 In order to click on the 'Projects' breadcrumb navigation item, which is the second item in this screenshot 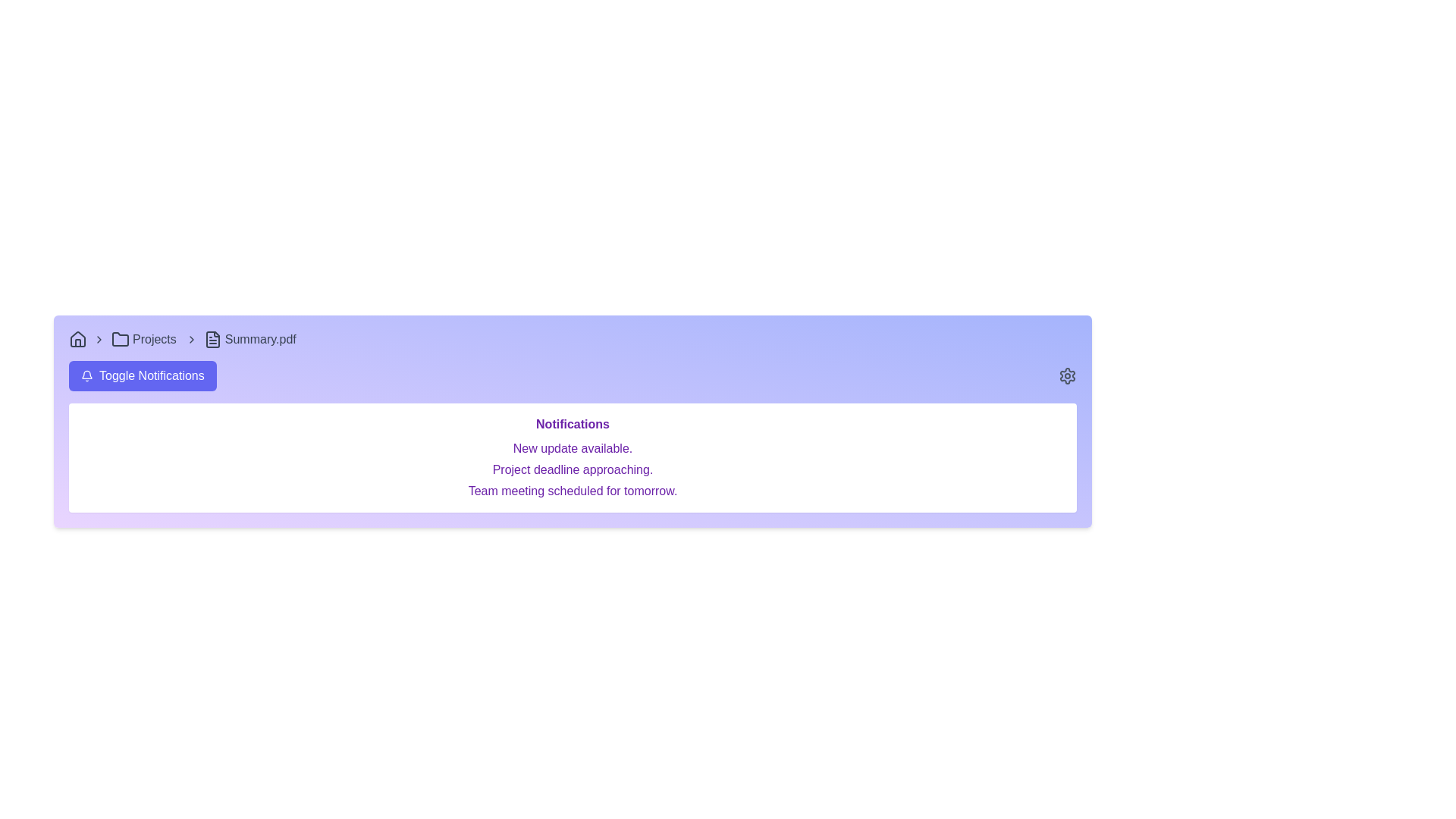, I will do `click(157, 338)`.